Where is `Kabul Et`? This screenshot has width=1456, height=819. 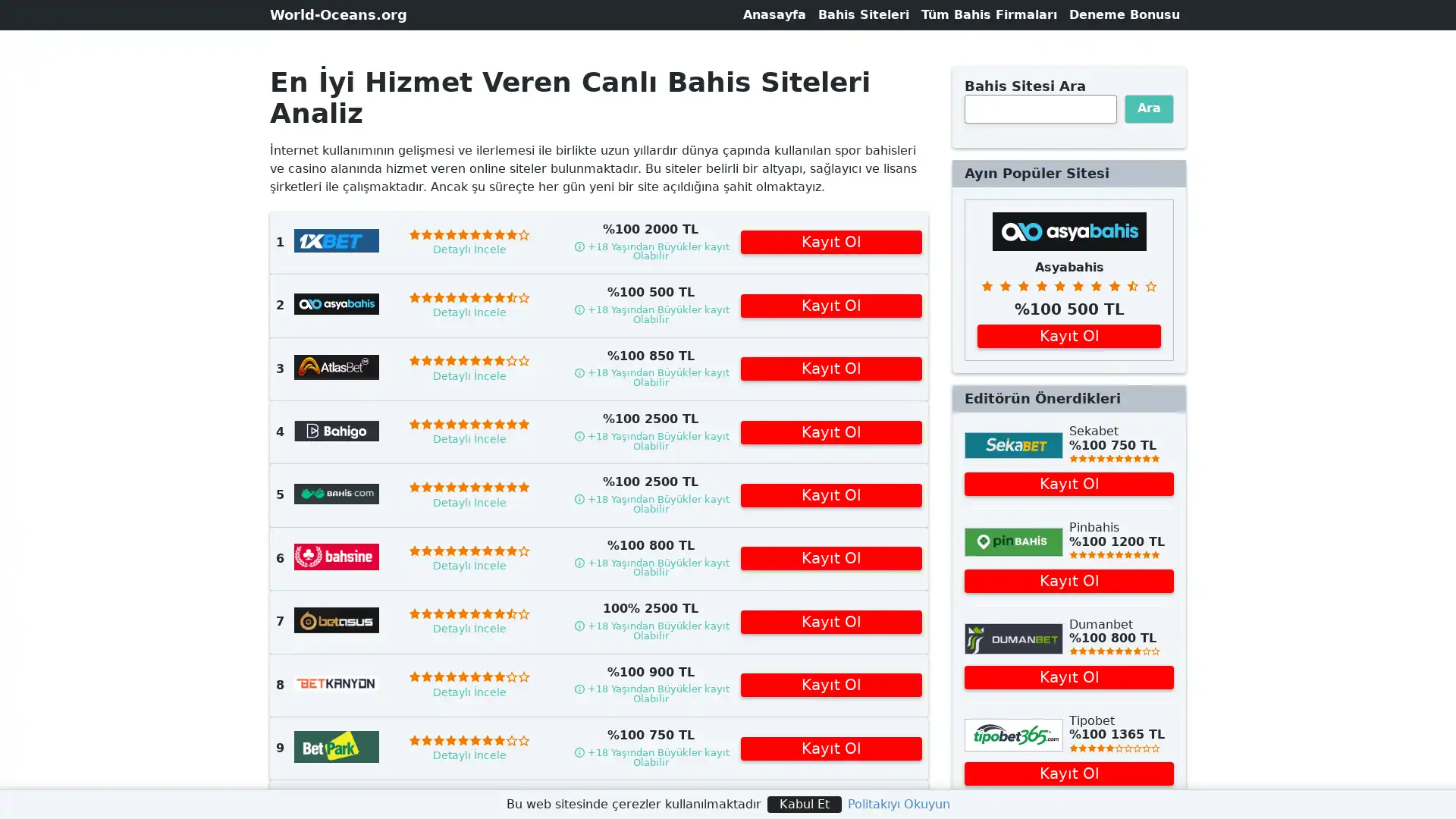 Kabul Et is located at coordinates (803, 803).